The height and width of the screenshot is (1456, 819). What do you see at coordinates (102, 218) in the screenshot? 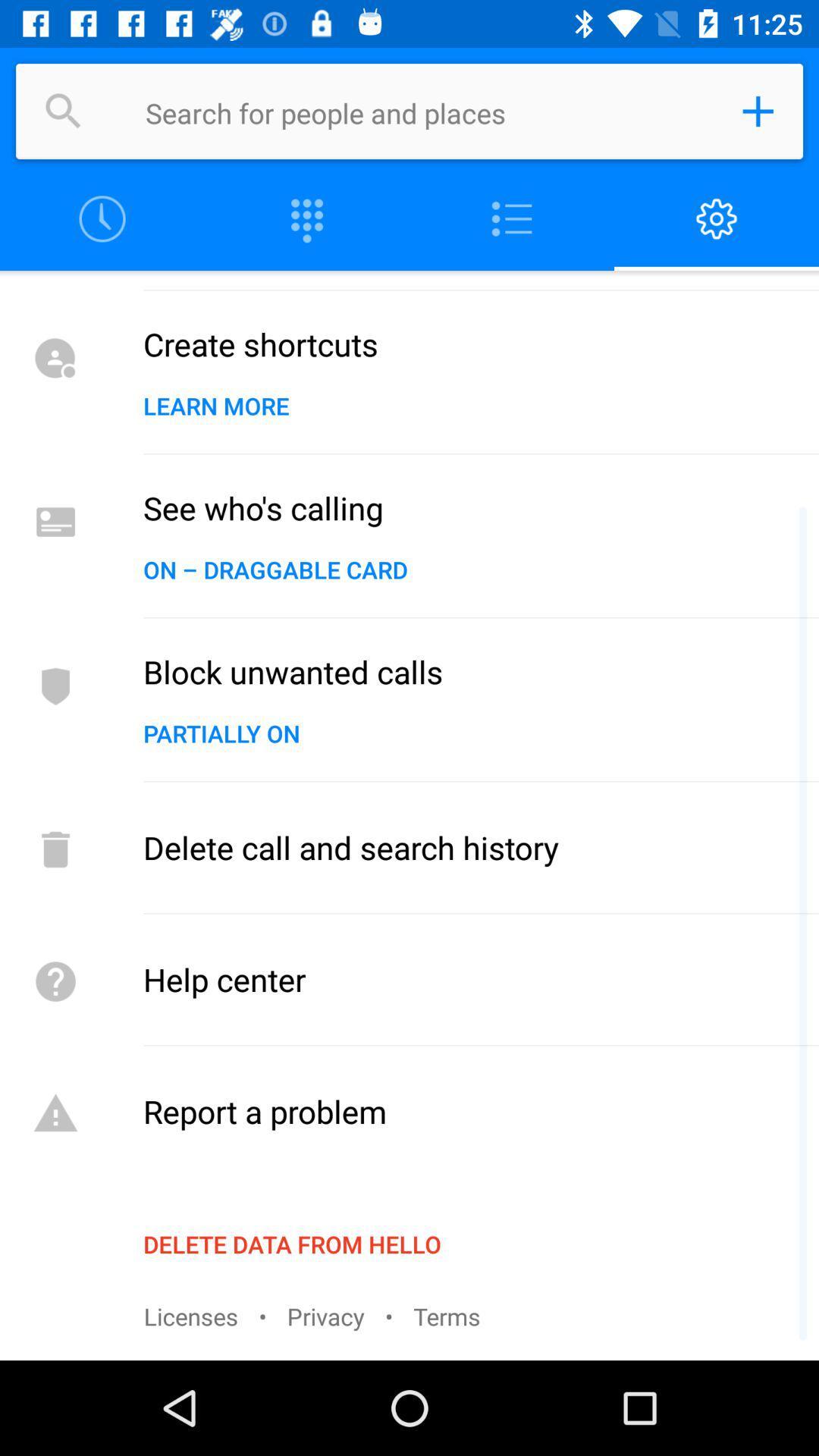
I see `fix the time schedule` at bounding box center [102, 218].